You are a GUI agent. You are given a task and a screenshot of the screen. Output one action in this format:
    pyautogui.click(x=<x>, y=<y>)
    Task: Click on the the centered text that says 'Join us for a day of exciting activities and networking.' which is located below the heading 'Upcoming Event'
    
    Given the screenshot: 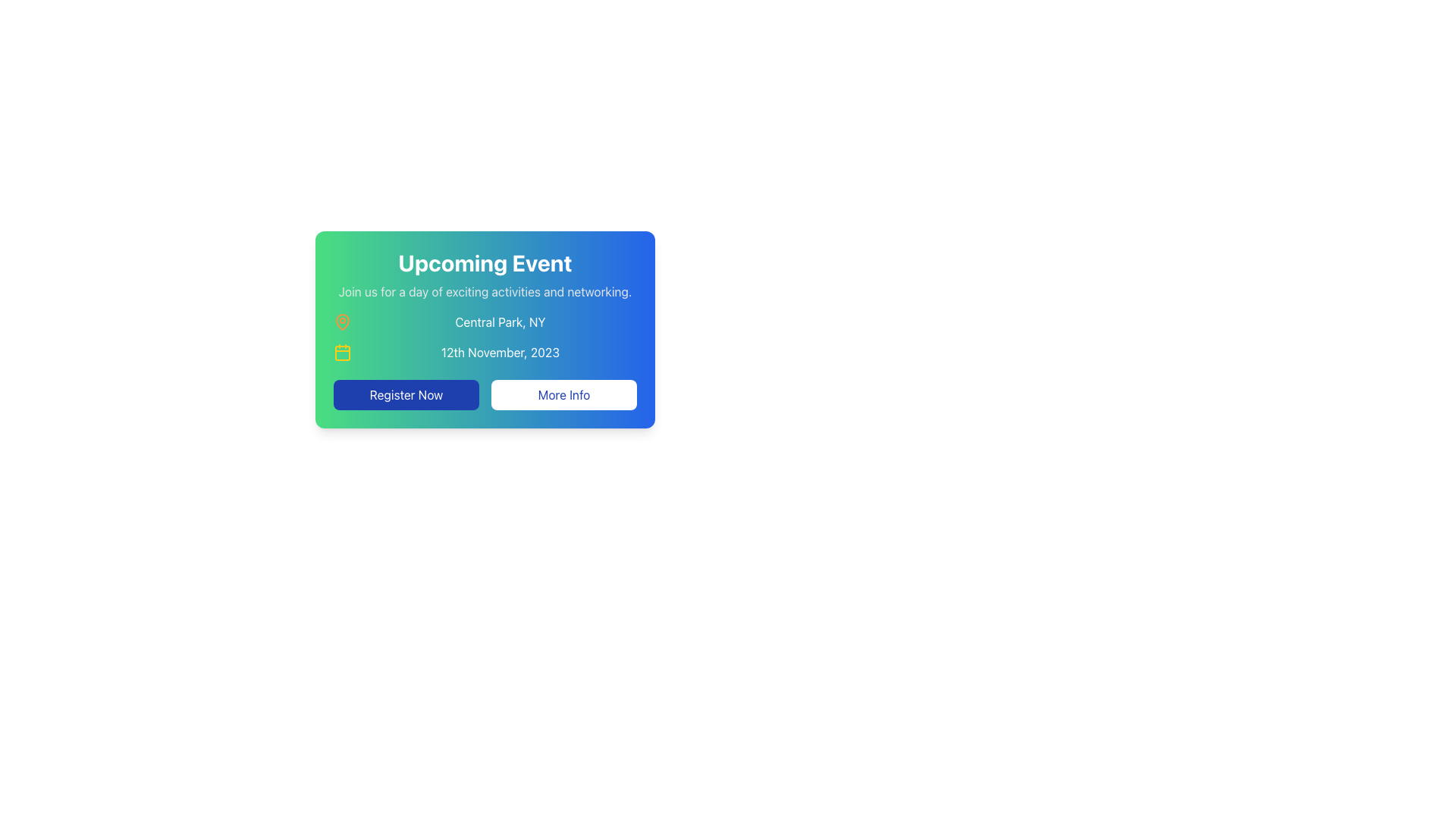 What is the action you would take?
    pyautogui.click(x=484, y=292)
    